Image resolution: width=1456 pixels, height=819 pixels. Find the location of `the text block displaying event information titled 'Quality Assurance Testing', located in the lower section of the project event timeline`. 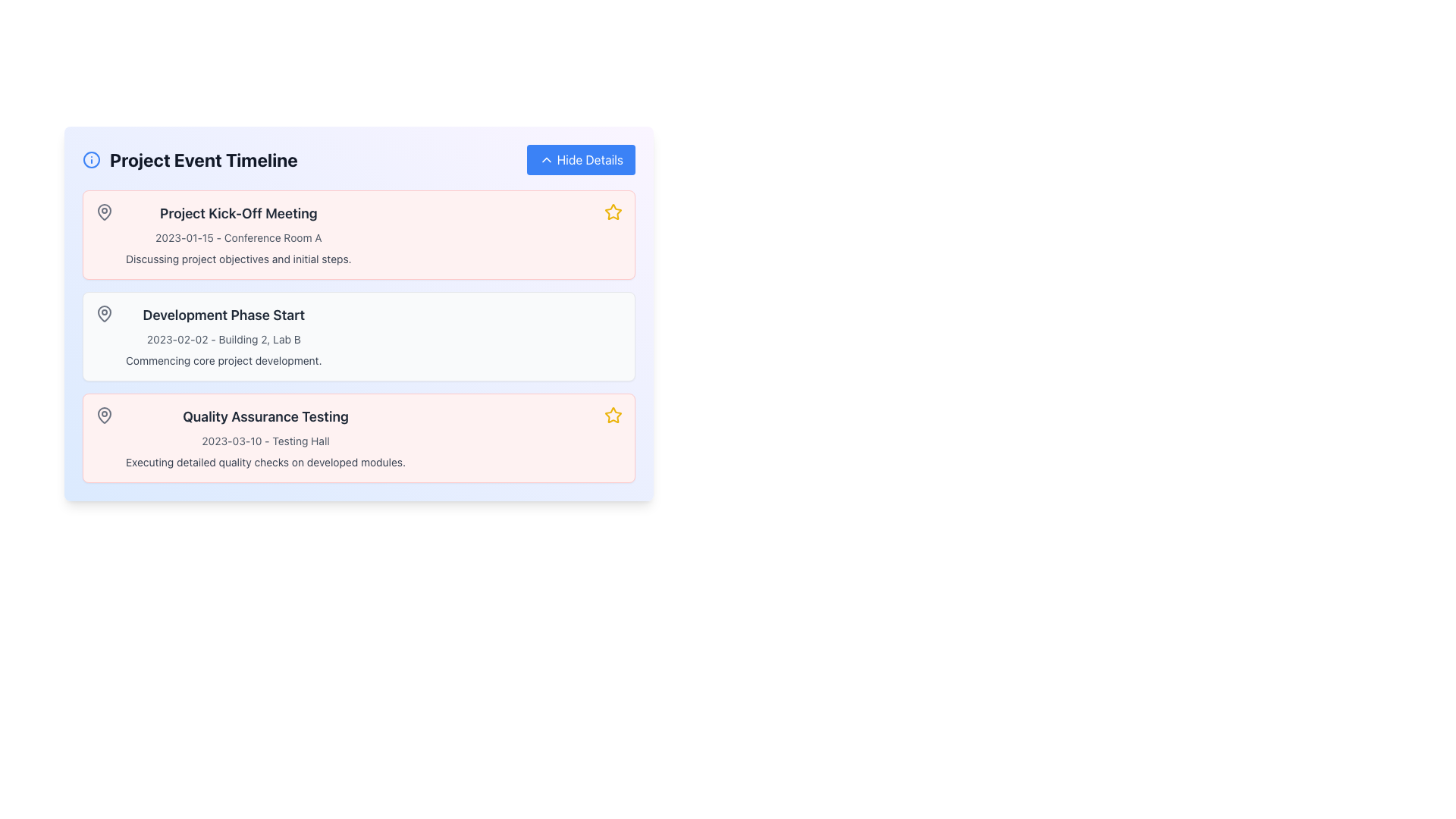

the text block displaying event information titled 'Quality Assurance Testing', located in the lower section of the project event timeline is located at coordinates (265, 438).